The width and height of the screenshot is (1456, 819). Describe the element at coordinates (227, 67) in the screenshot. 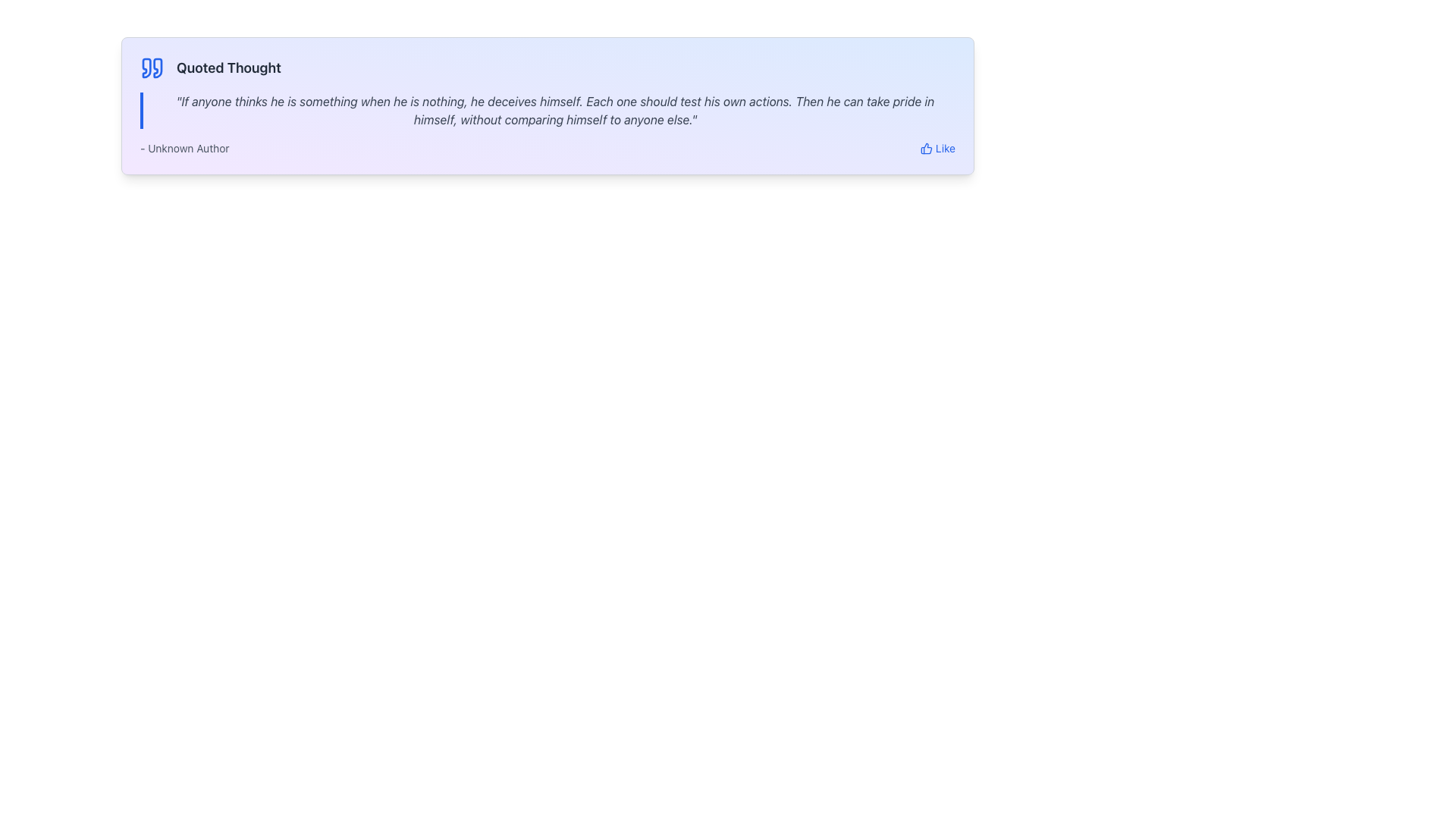

I see `text content of the 'Quoted Thought' label, which is a bold black text located in the top-left section of the quotation block` at that location.